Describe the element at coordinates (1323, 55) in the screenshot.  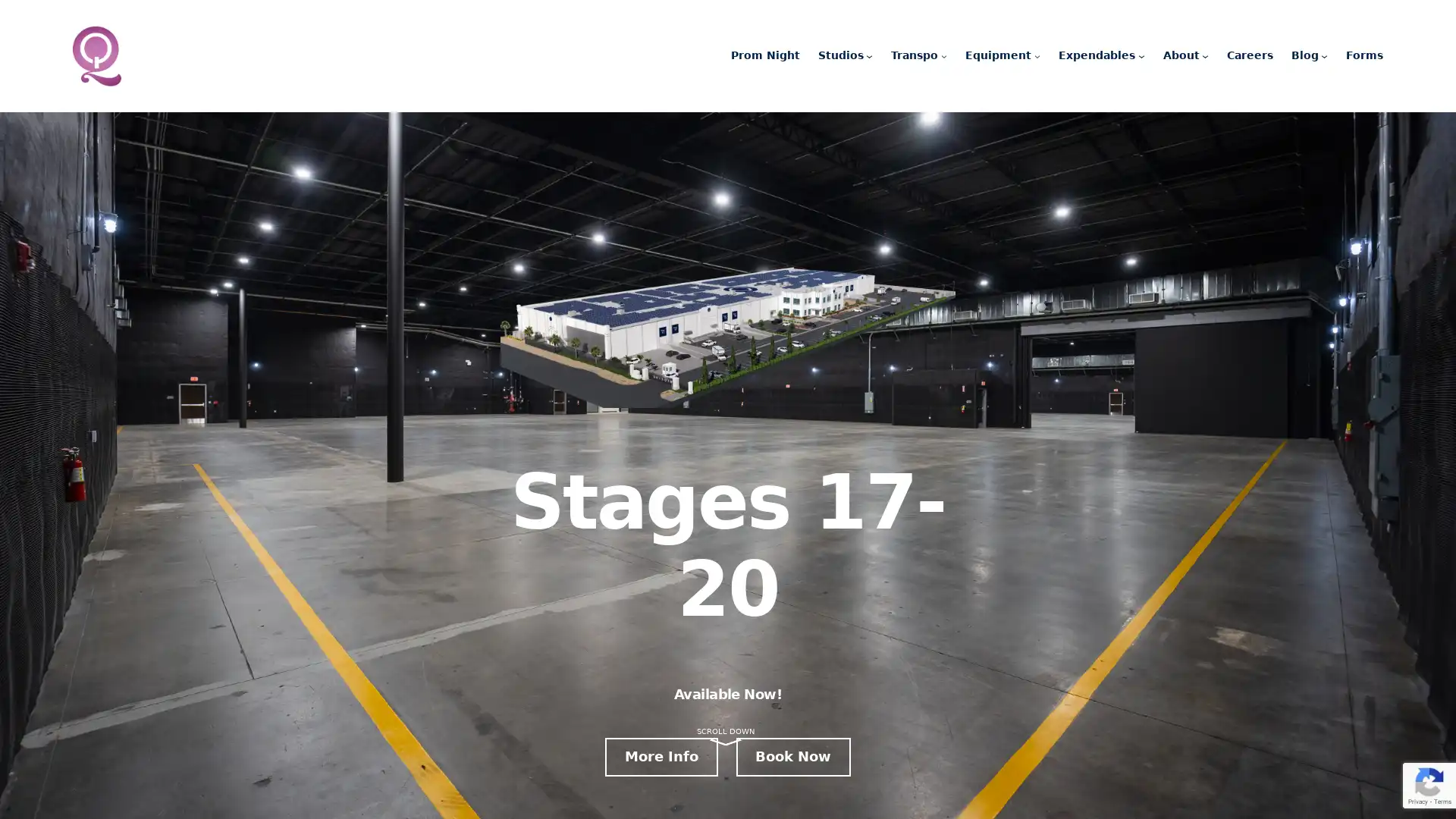
I see `Blog submenu` at that location.